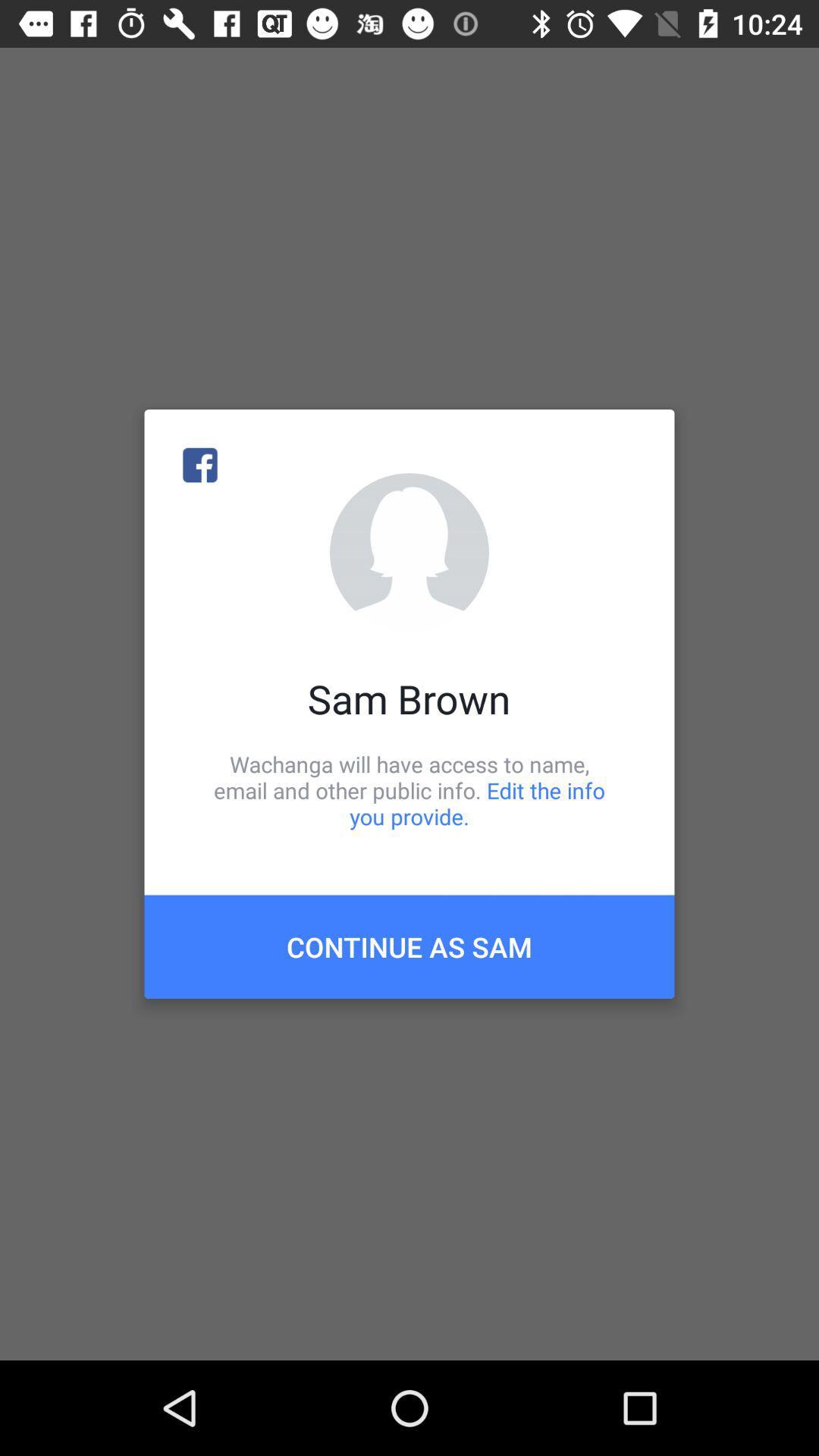 This screenshot has height=1456, width=819. What do you see at coordinates (409, 789) in the screenshot?
I see `the item below sam brown item` at bounding box center [409, 789].